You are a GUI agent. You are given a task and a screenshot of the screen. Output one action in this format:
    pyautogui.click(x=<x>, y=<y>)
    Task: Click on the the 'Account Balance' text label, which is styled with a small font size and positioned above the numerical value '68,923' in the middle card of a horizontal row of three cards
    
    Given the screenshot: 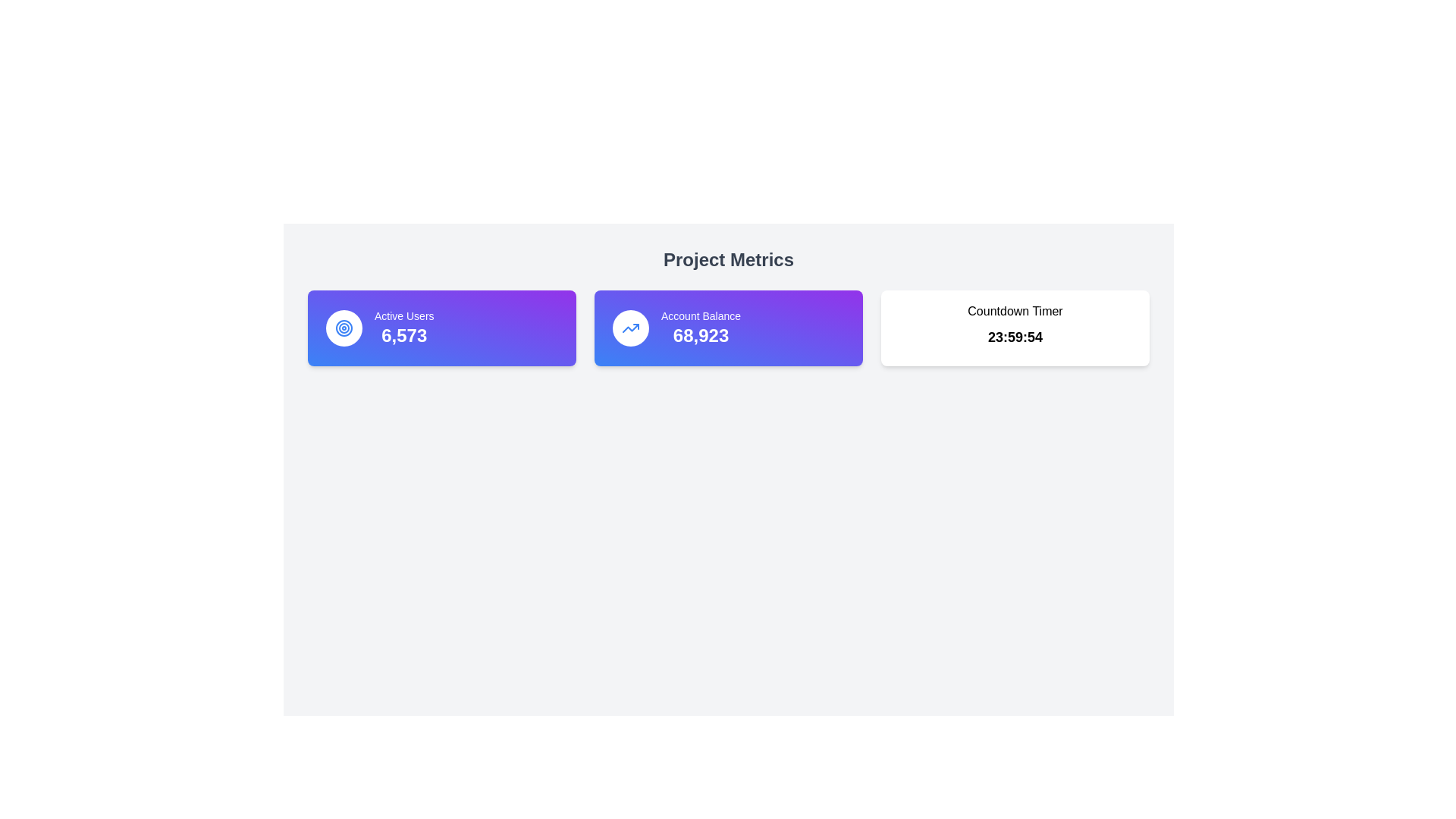 What is the action you would take?
    pyautogui.click(x=700, y=315)
    